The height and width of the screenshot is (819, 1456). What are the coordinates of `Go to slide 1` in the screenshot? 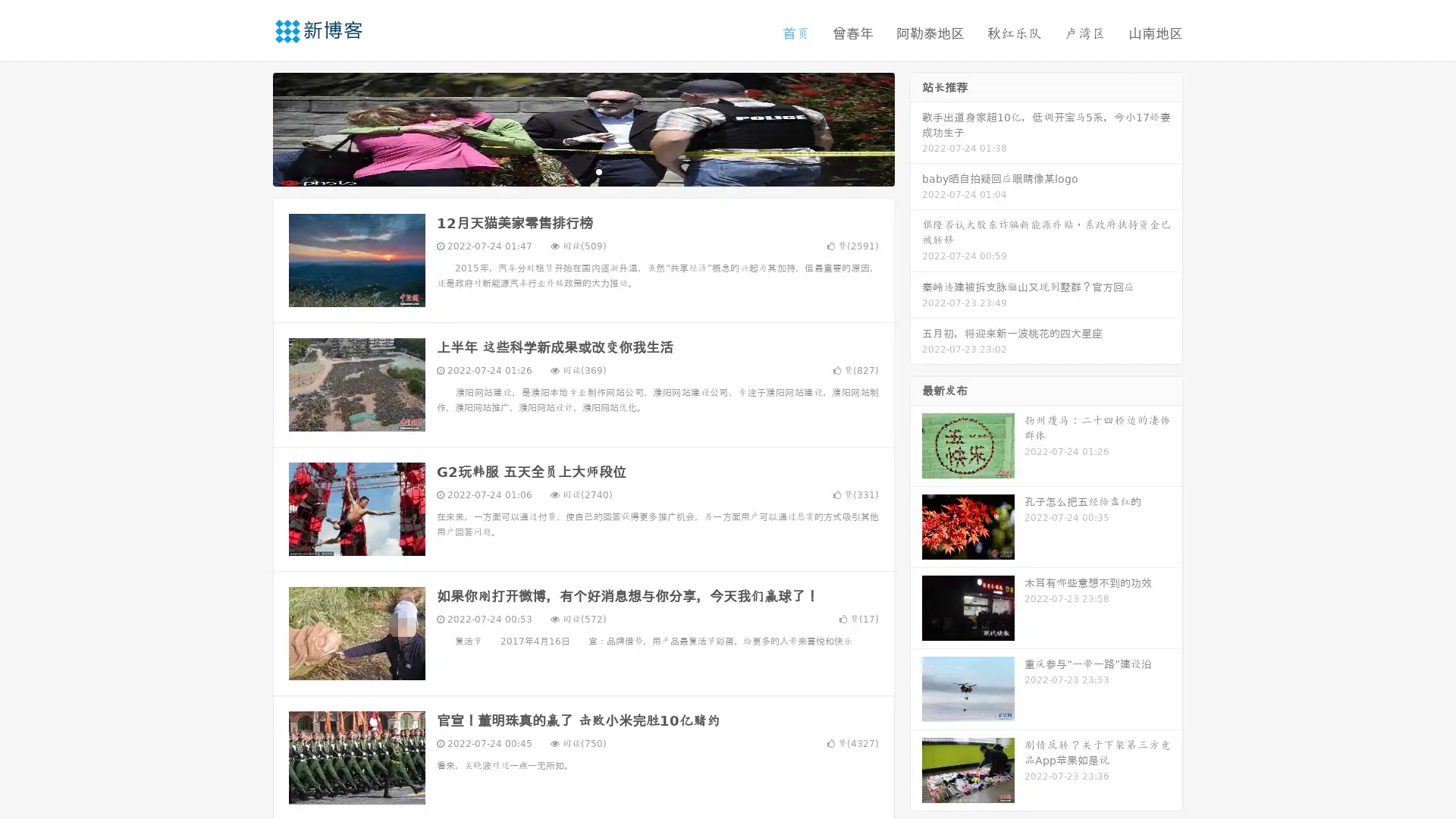 It's located at (567, 171).